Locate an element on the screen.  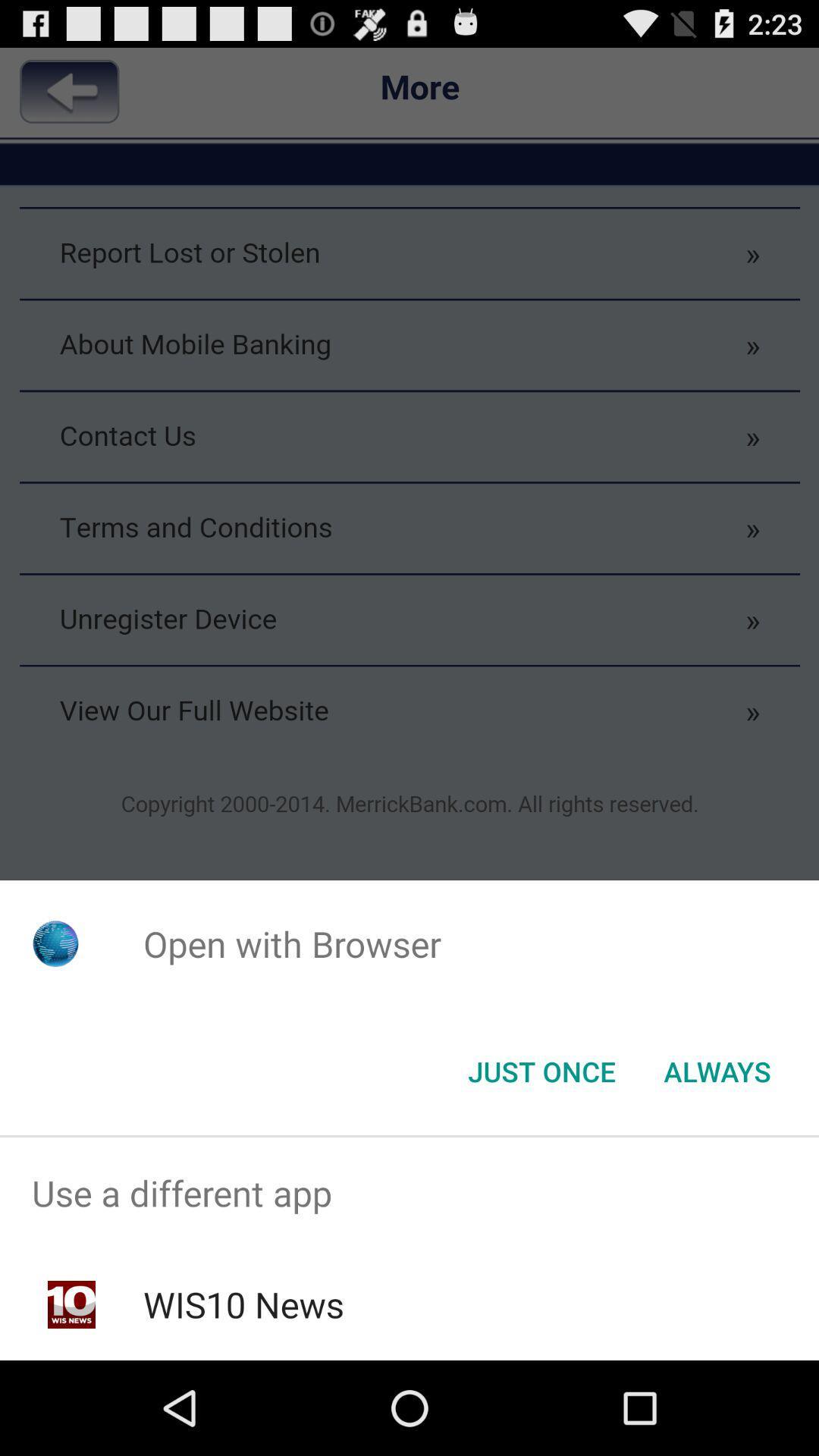
the item next to always is located at coordinates (541, 1070).